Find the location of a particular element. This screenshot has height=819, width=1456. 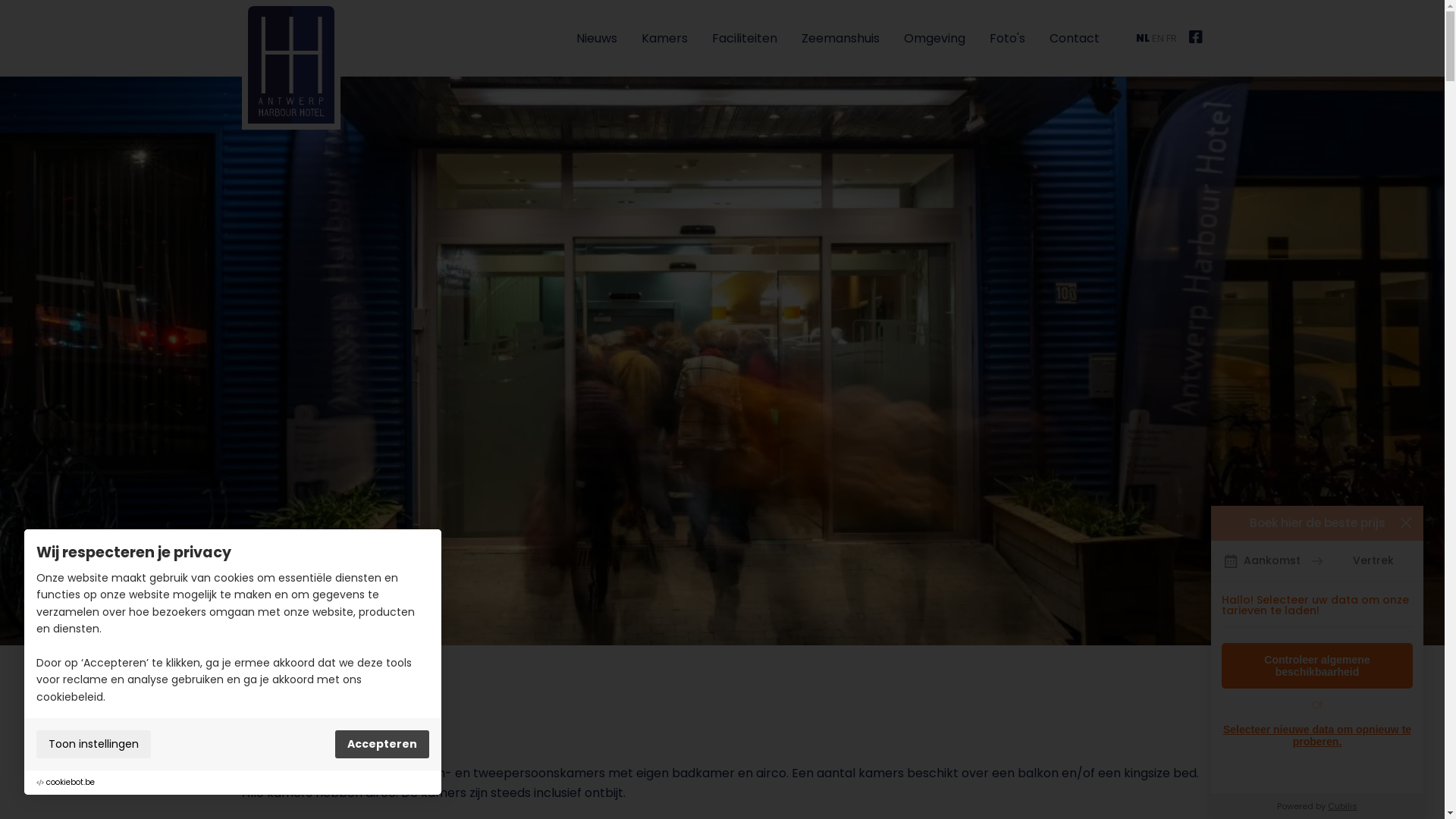

'Cubilis' is located at coordinates (1342, 805).